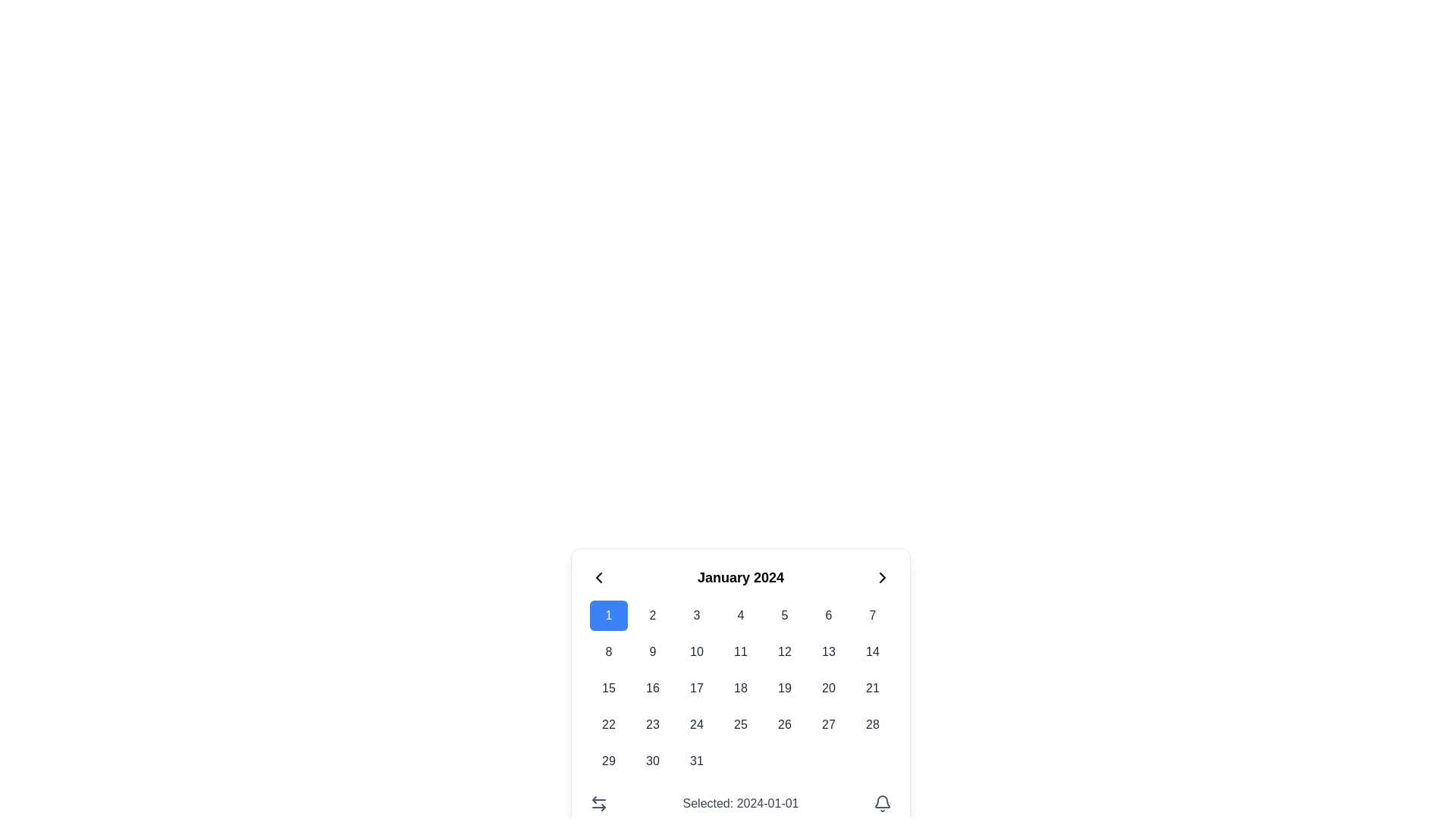  Describe the element at coordinates (873, 616) in the screenshot. I see `the button labeled '7' which is a rectangular button with a rounded border located in the top row of a calendar grid` at that location.